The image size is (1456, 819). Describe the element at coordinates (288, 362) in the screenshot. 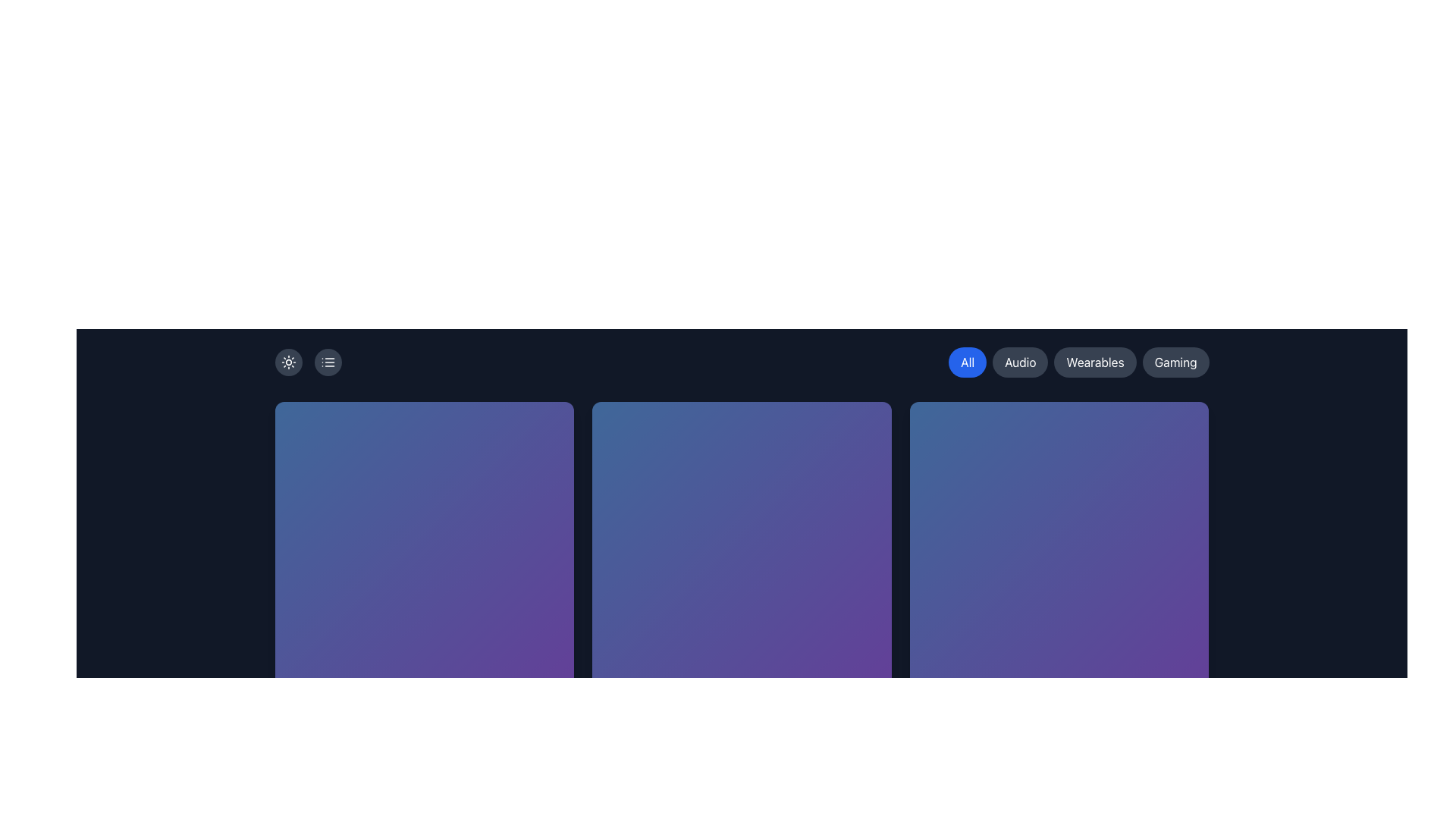

I see `the circular button with a dark gray background and a sun-like icon` at that location.